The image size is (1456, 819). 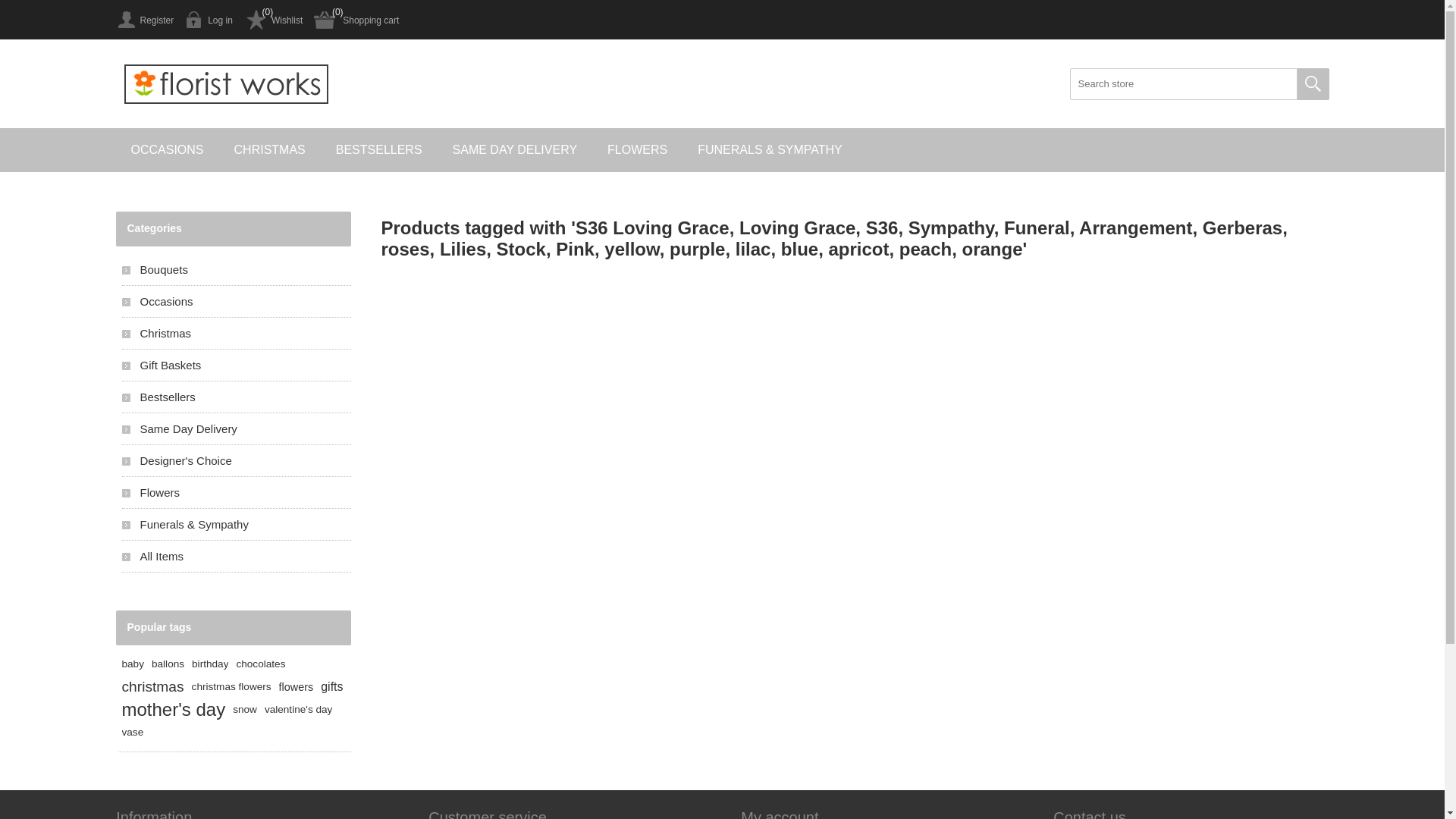 I want to click on 'christmas', so click(x=152, y=687).